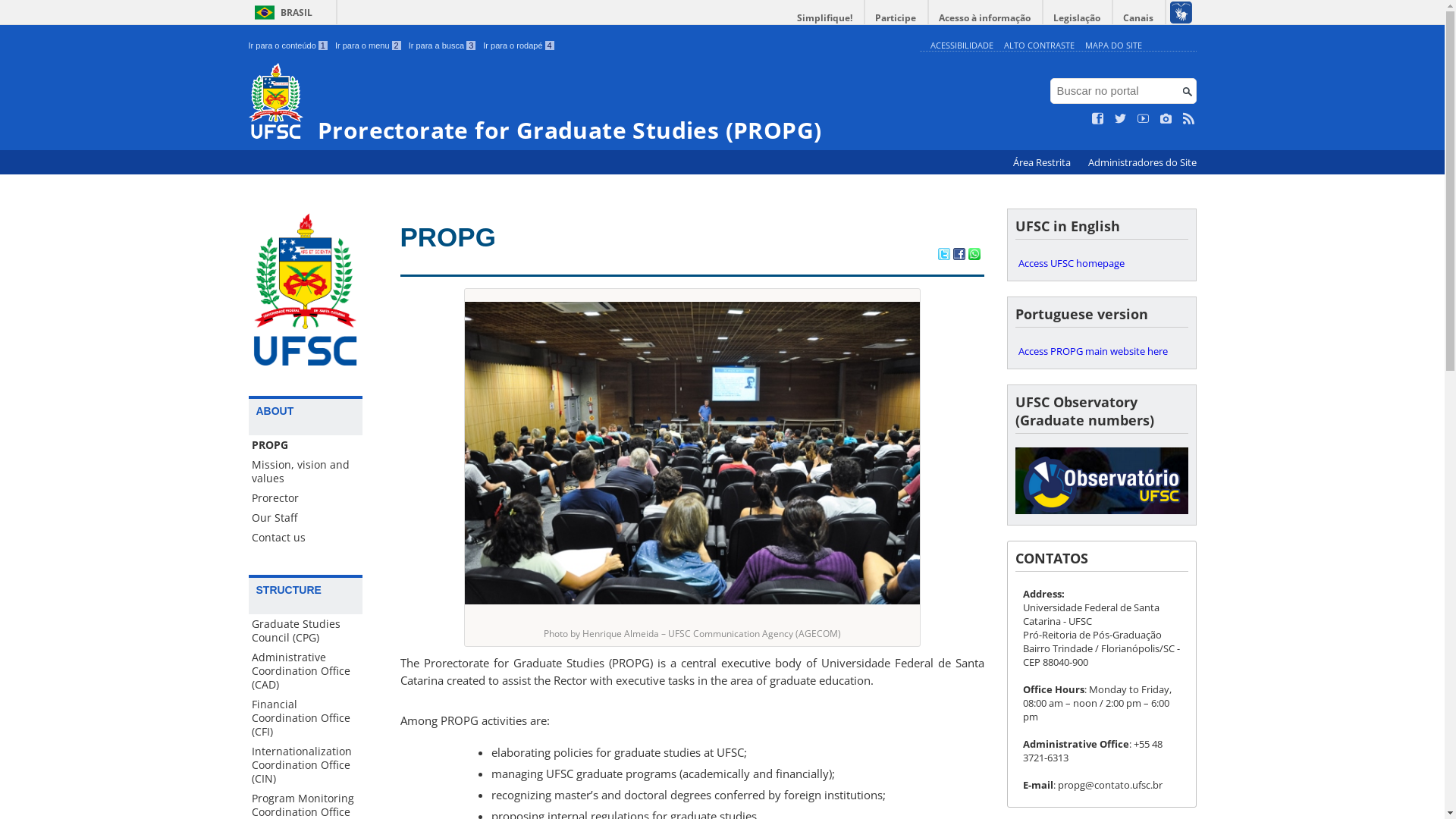  What do you see at coordinates (1141, 162) in the screenshot?
I see `'Administradores do Site'` at bounding box center [1141, 162].